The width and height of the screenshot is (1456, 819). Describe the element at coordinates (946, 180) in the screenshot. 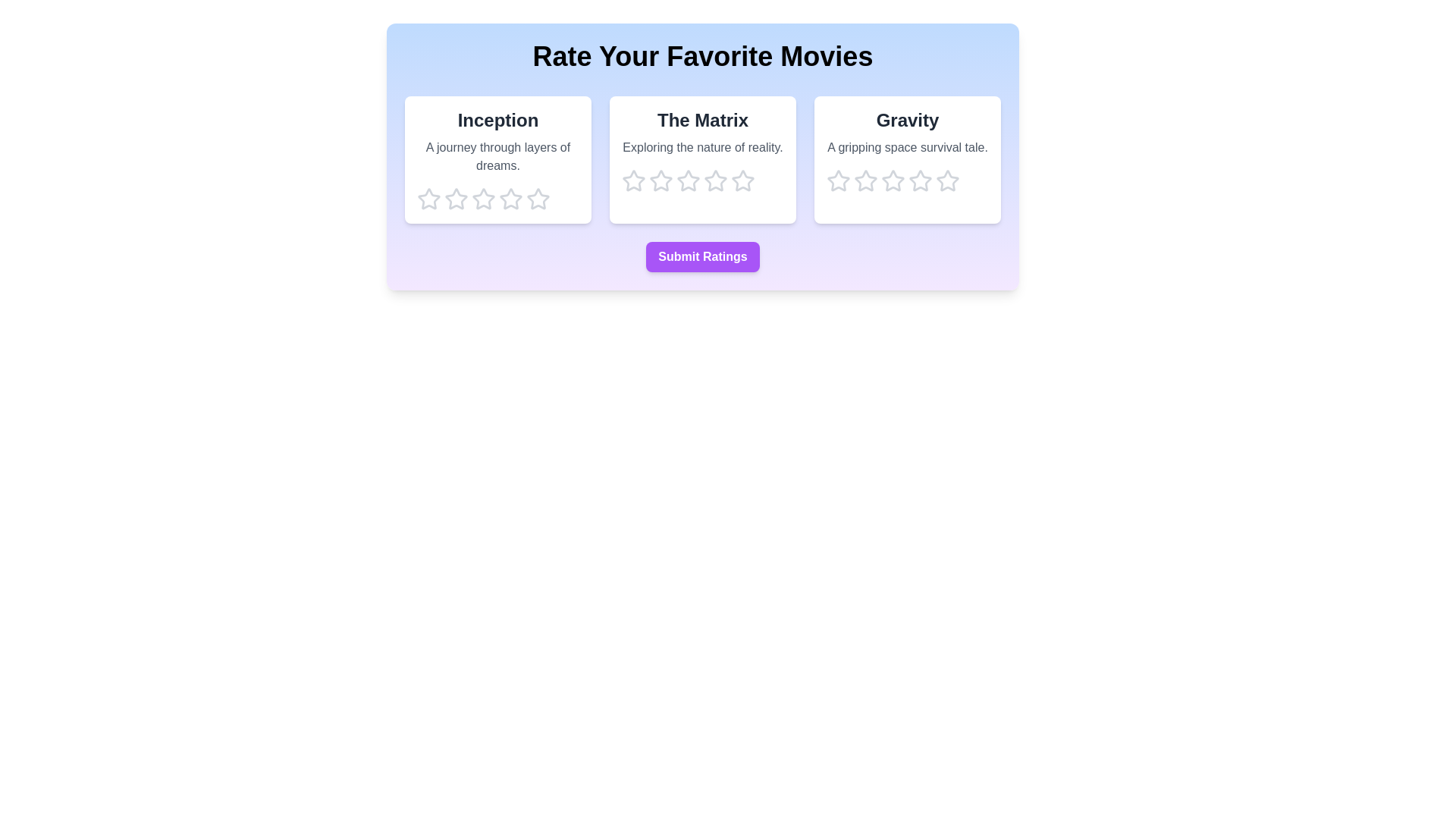

I see `the star corresponding to 5 for the movie Gravity` at that location.